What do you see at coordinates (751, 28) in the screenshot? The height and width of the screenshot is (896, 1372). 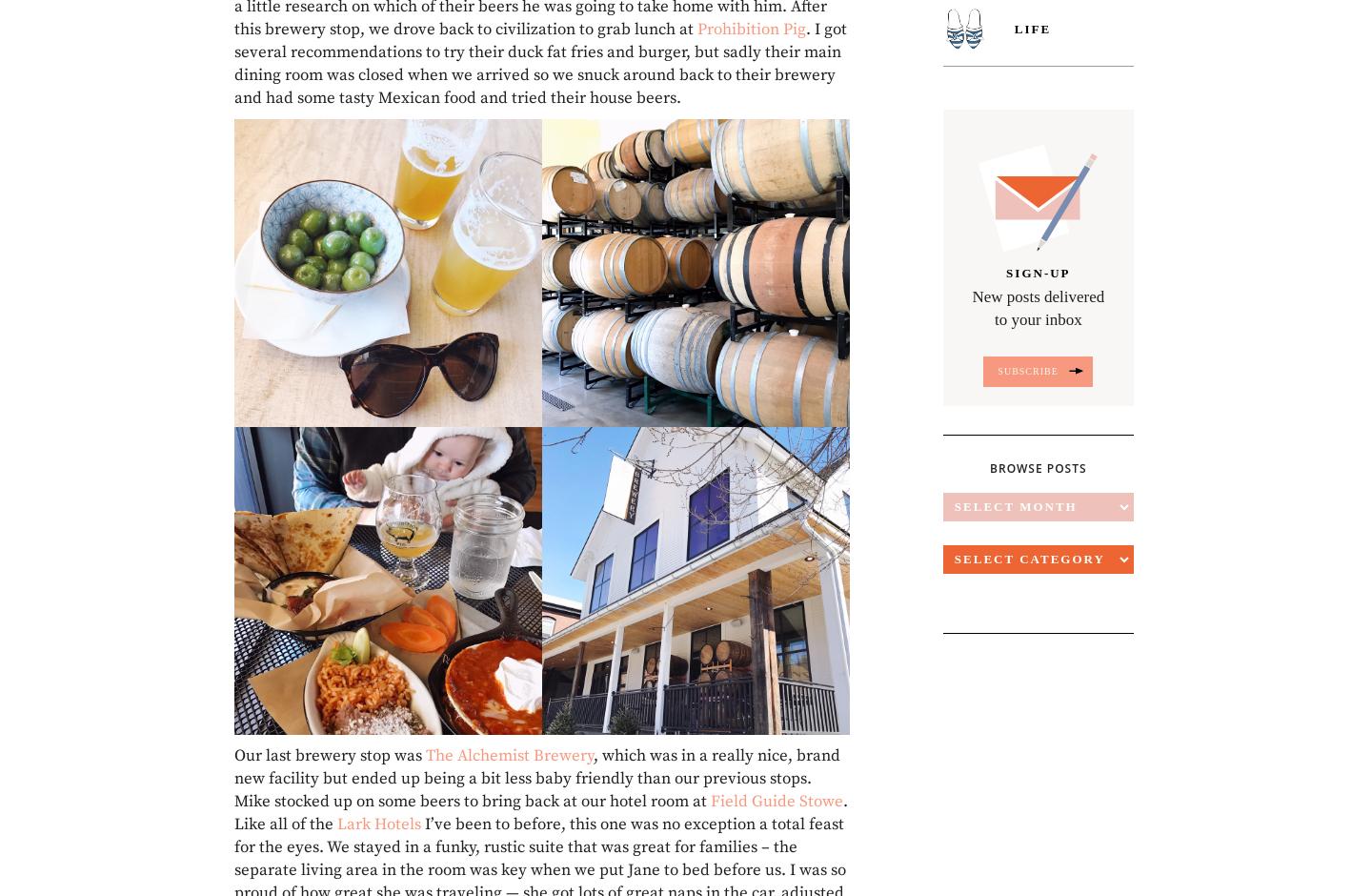 I see `'Prohibition Pig'` at bounding box center [751, 28].